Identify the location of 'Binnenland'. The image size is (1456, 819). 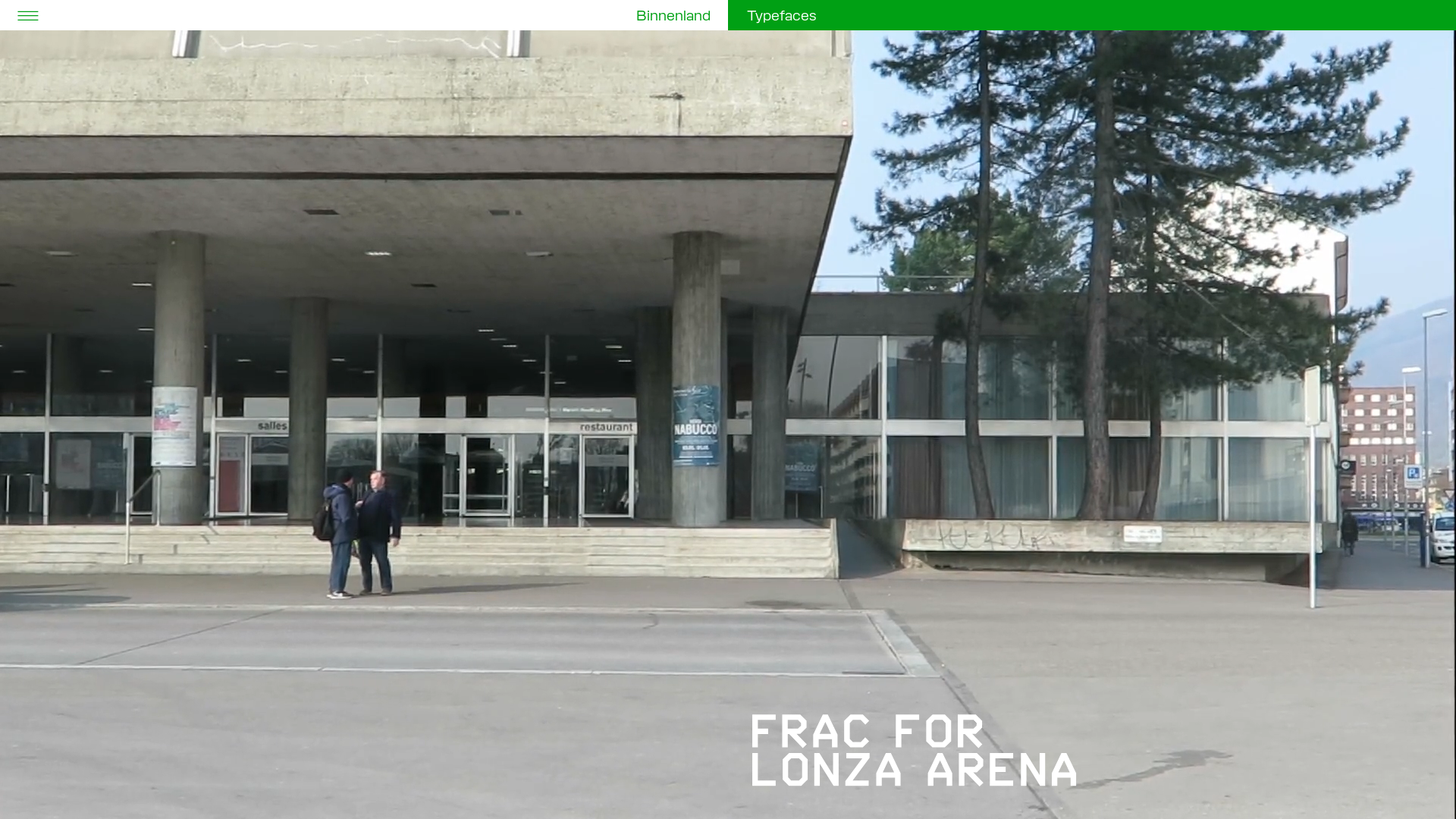
(673, 15).